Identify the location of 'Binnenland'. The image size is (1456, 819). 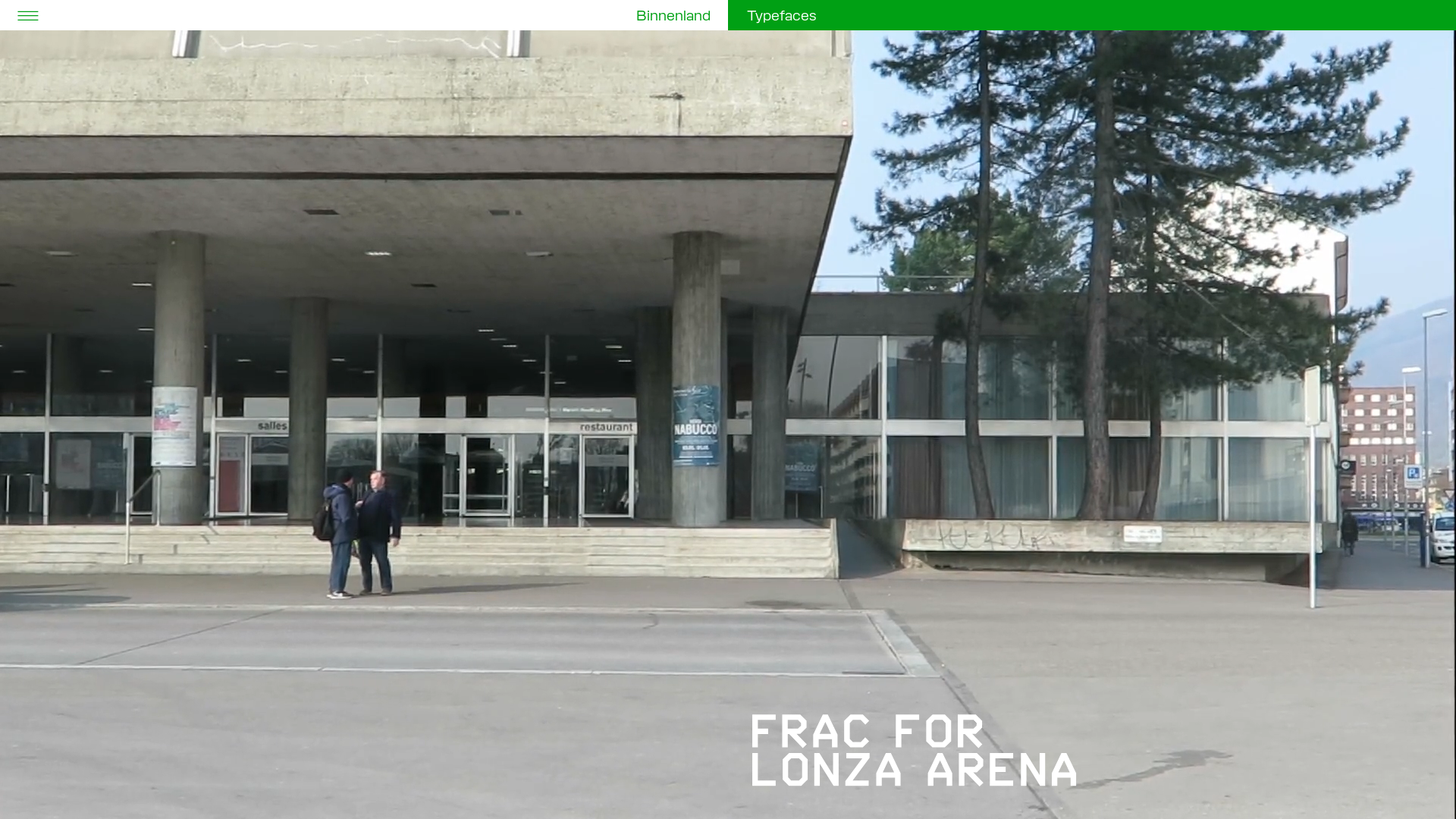
(673, 15).